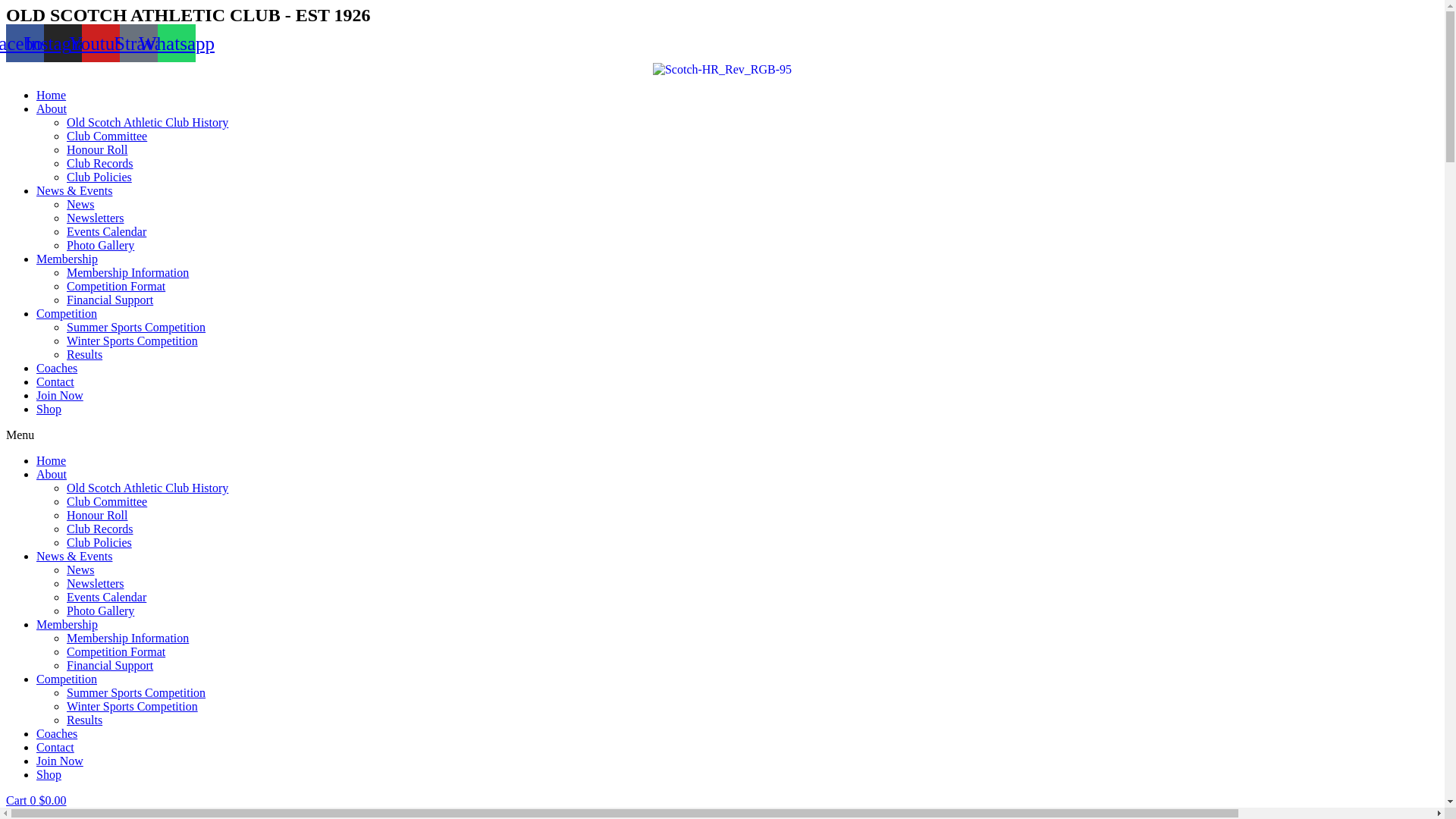 This screenshot has height=819, width=1456. What do you see at coordinates (65, 719) in the screenshot?
I see `'Results'` at bounding box center [65, 719].